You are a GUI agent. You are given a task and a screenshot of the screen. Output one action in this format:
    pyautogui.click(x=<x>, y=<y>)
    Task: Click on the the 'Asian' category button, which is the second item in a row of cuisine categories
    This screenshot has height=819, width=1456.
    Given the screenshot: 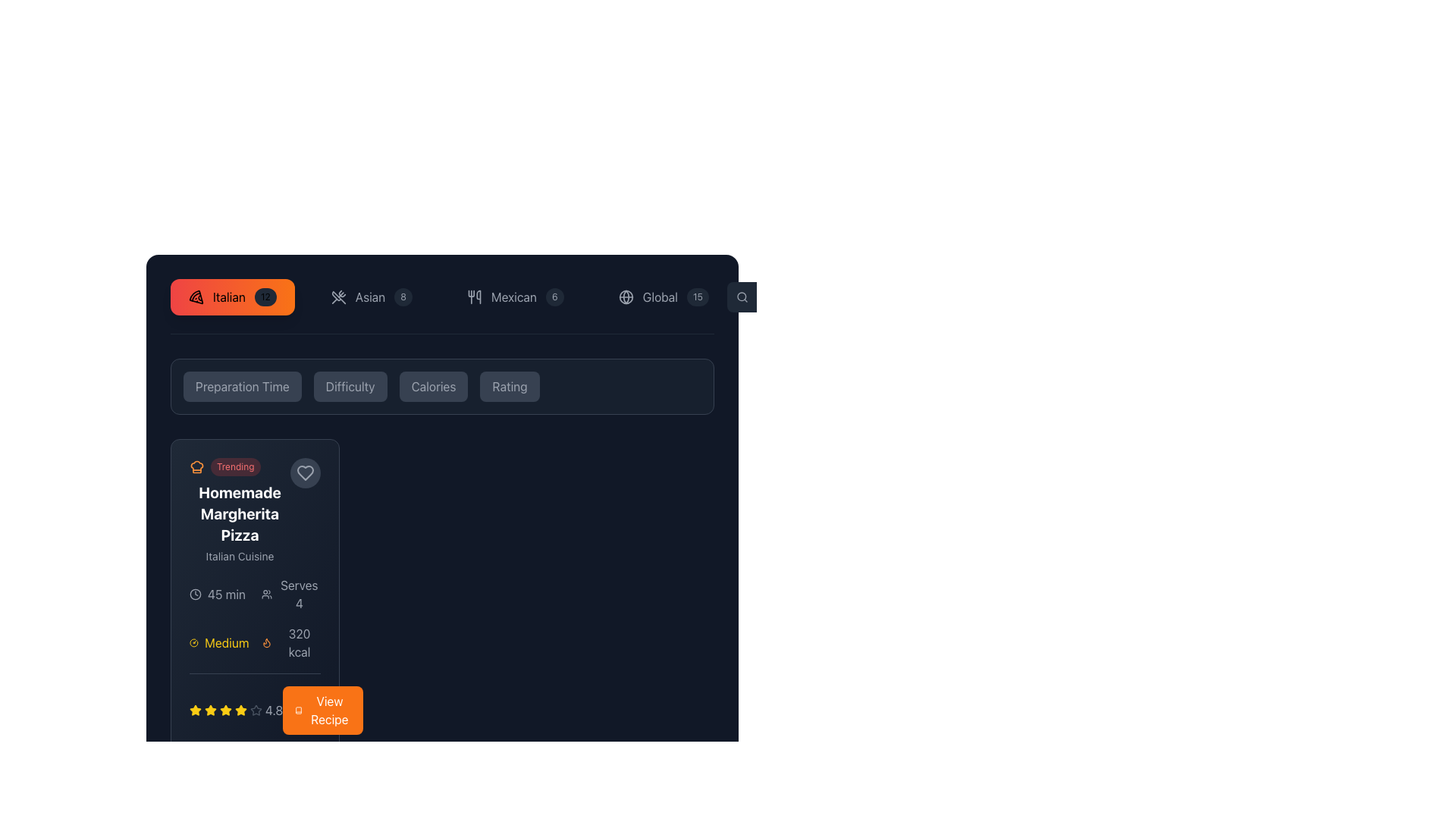 What is the action you would take?
    pyautogui.click(x=372, y=297)
    